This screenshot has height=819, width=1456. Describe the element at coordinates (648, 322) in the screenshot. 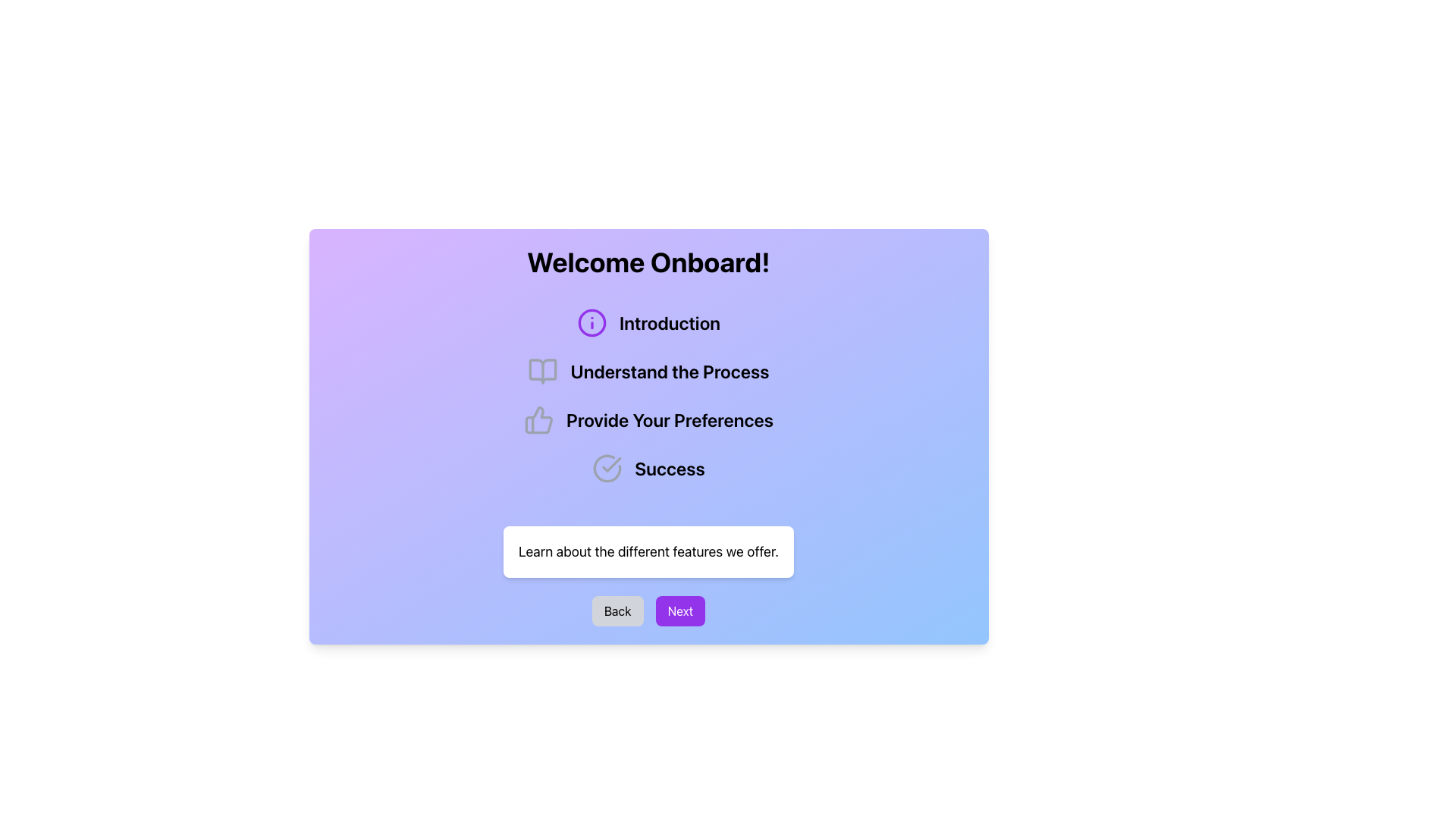

I see `the Label with icon that indicates the start or overview section of the process, positioned at the top of the vertical list under 'Welcome Onboard!'` at that location.